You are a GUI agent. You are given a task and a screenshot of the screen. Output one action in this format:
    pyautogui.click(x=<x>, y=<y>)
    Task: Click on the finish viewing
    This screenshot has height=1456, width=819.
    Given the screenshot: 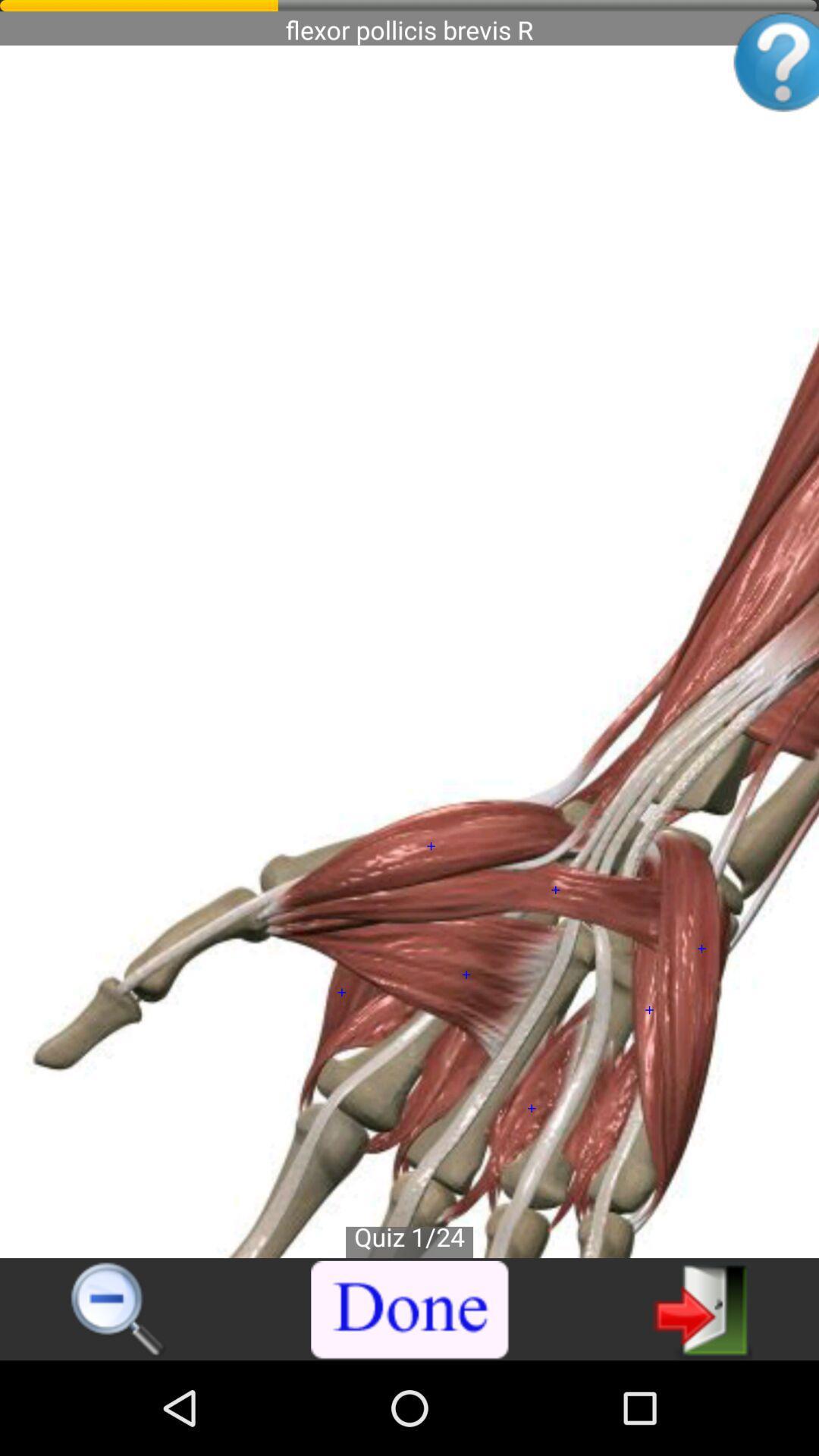 What is the action you would take?
    pyautogui.click(x=410, y=1310)
    